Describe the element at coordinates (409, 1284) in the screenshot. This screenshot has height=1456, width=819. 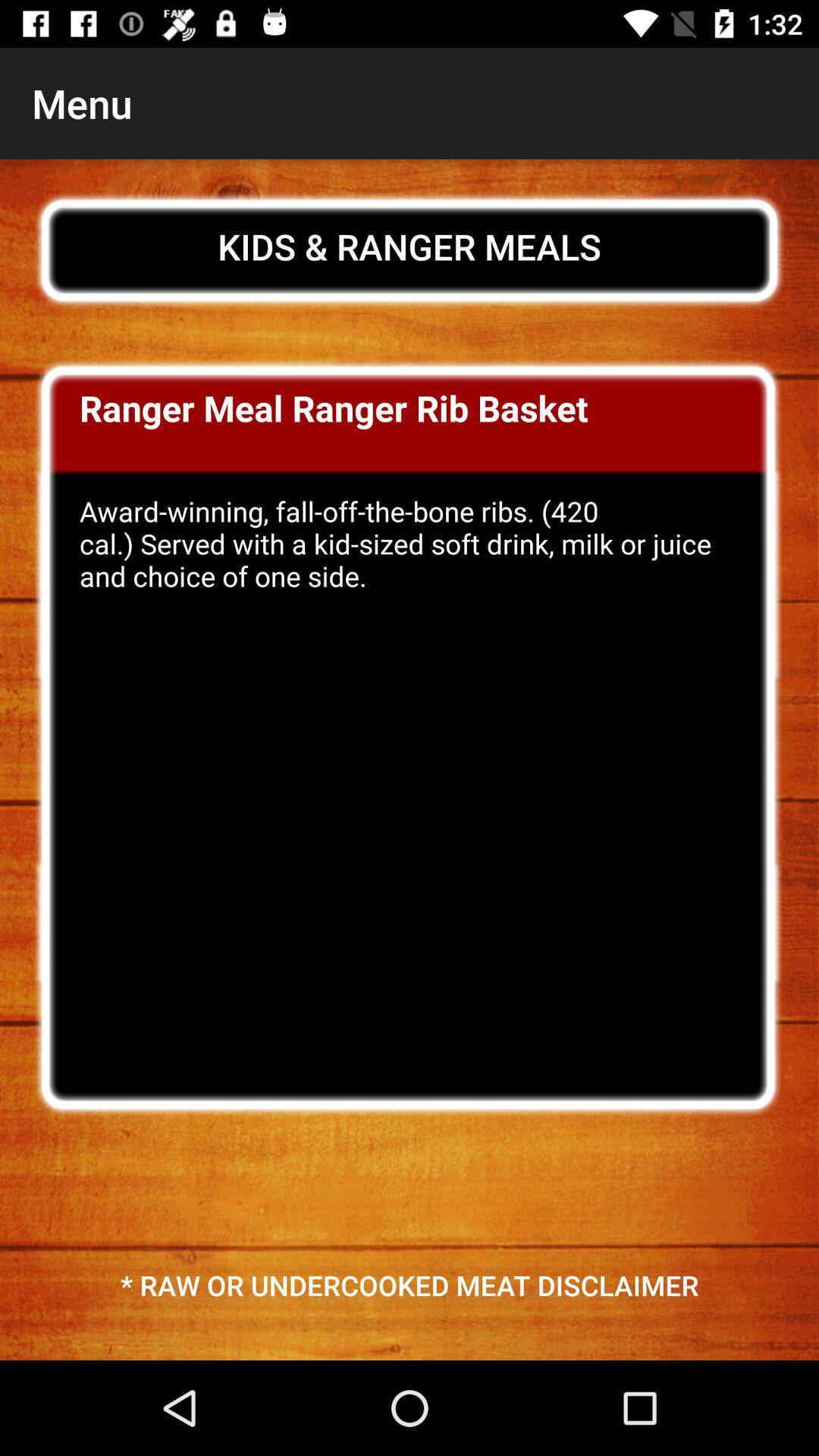
I see `app below award winning fall icon` at that location.